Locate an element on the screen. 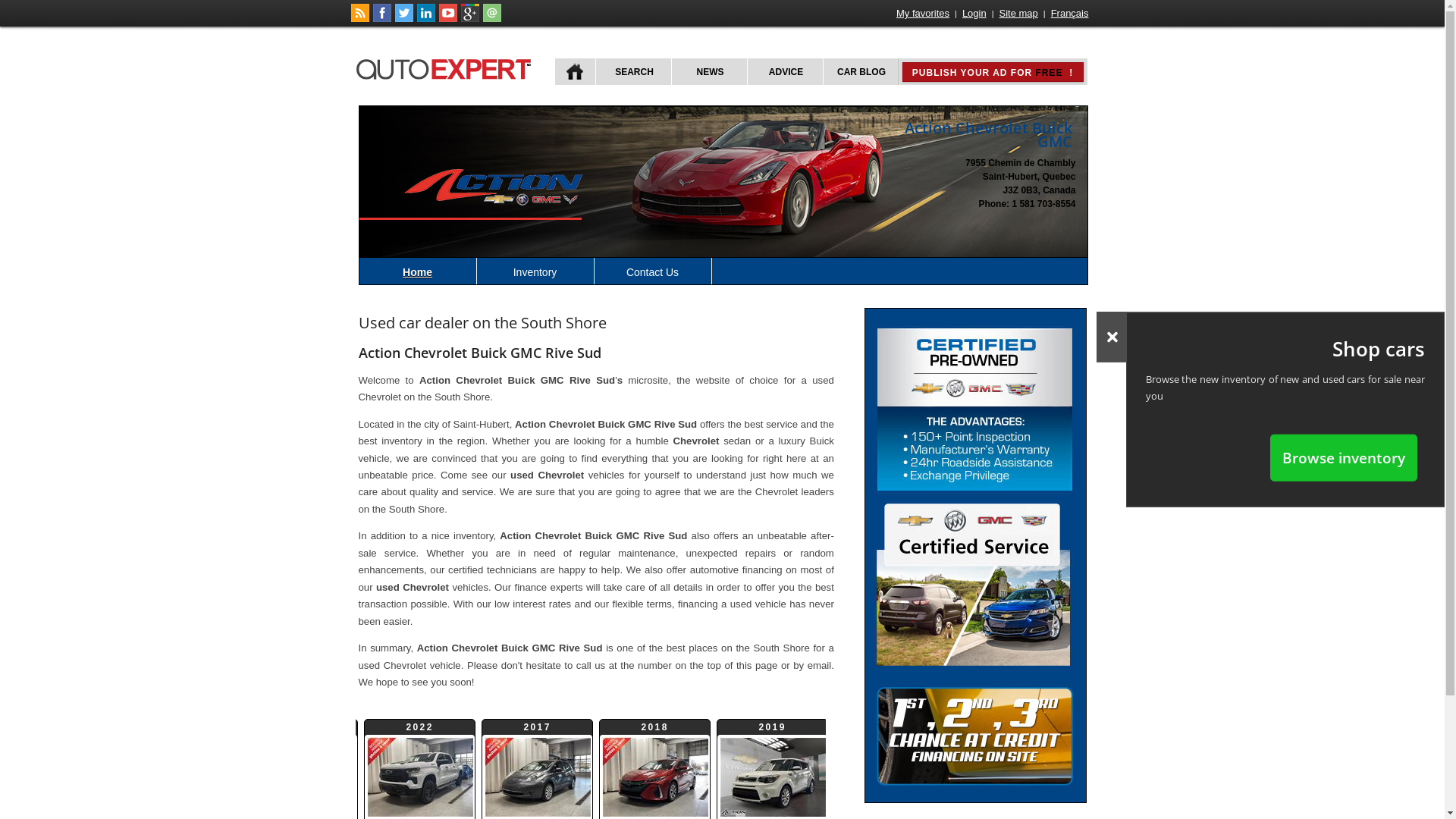 This screenshot has width=1456, height=819. 'My favorites' is located at coordinates (922, 13).